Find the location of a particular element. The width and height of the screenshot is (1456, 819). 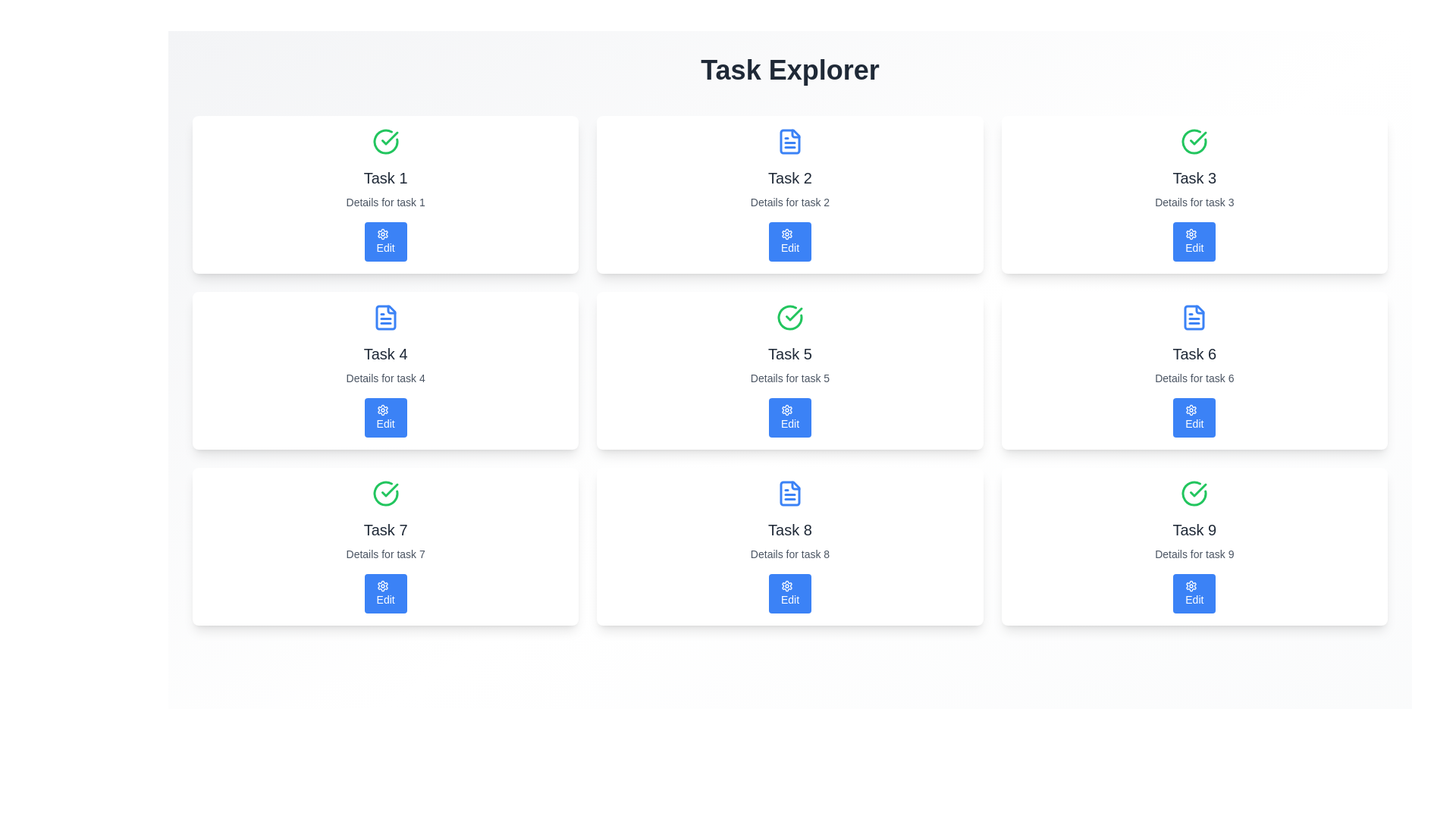

the edit button located in the center-bottom area of the 'Task 4' card to initiate editing is located at coordinates (385, 418).